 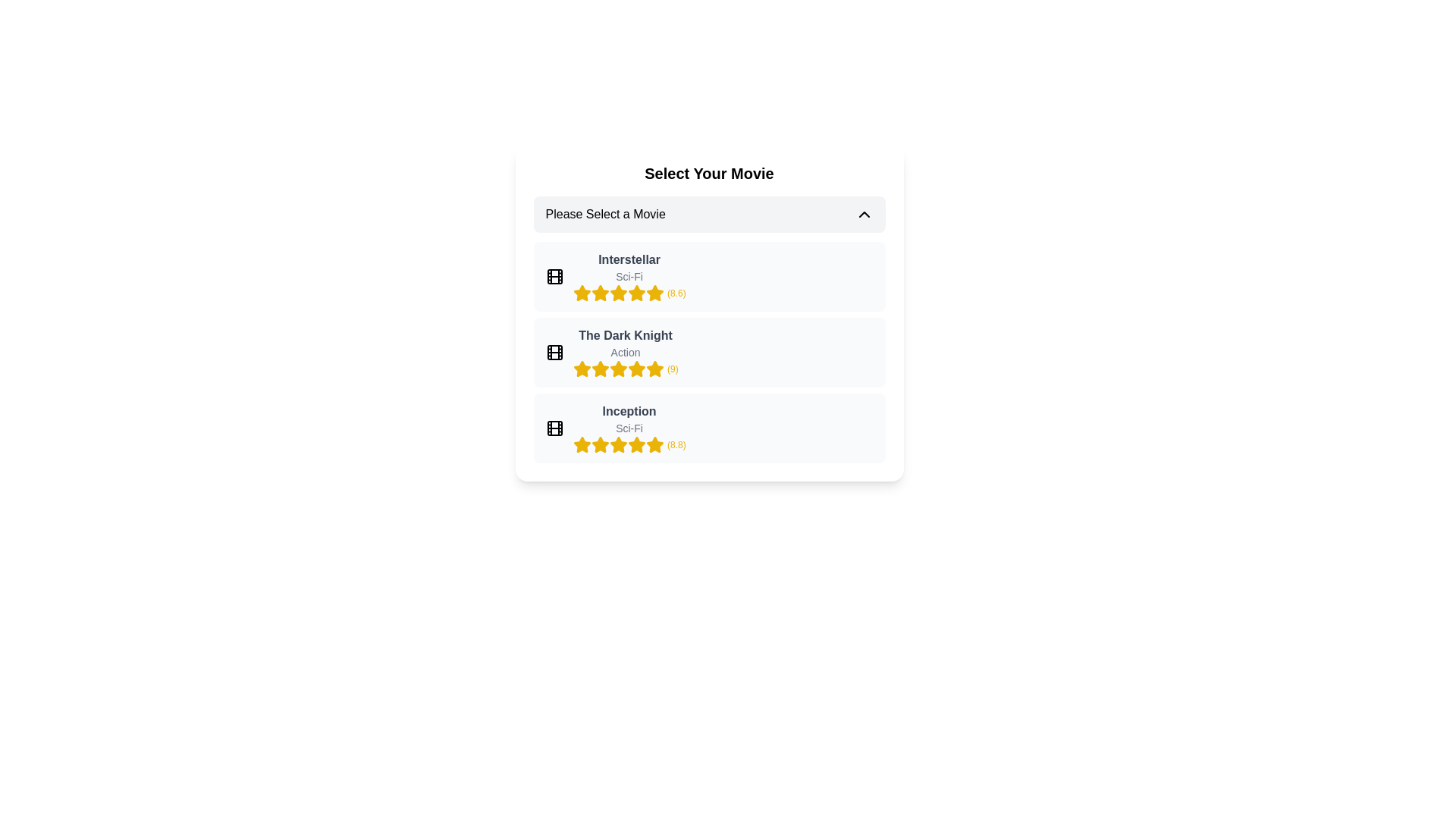 What do you see at coordinates (636, 293) in the screenshot?
I see `the filled golden-yellow star icon representing the rating for the movie 'Interstellar' located next to the rating number '(8.6)' in the dropdown menu titled 'Select Your Movie'` at bounding box center [636, 293].